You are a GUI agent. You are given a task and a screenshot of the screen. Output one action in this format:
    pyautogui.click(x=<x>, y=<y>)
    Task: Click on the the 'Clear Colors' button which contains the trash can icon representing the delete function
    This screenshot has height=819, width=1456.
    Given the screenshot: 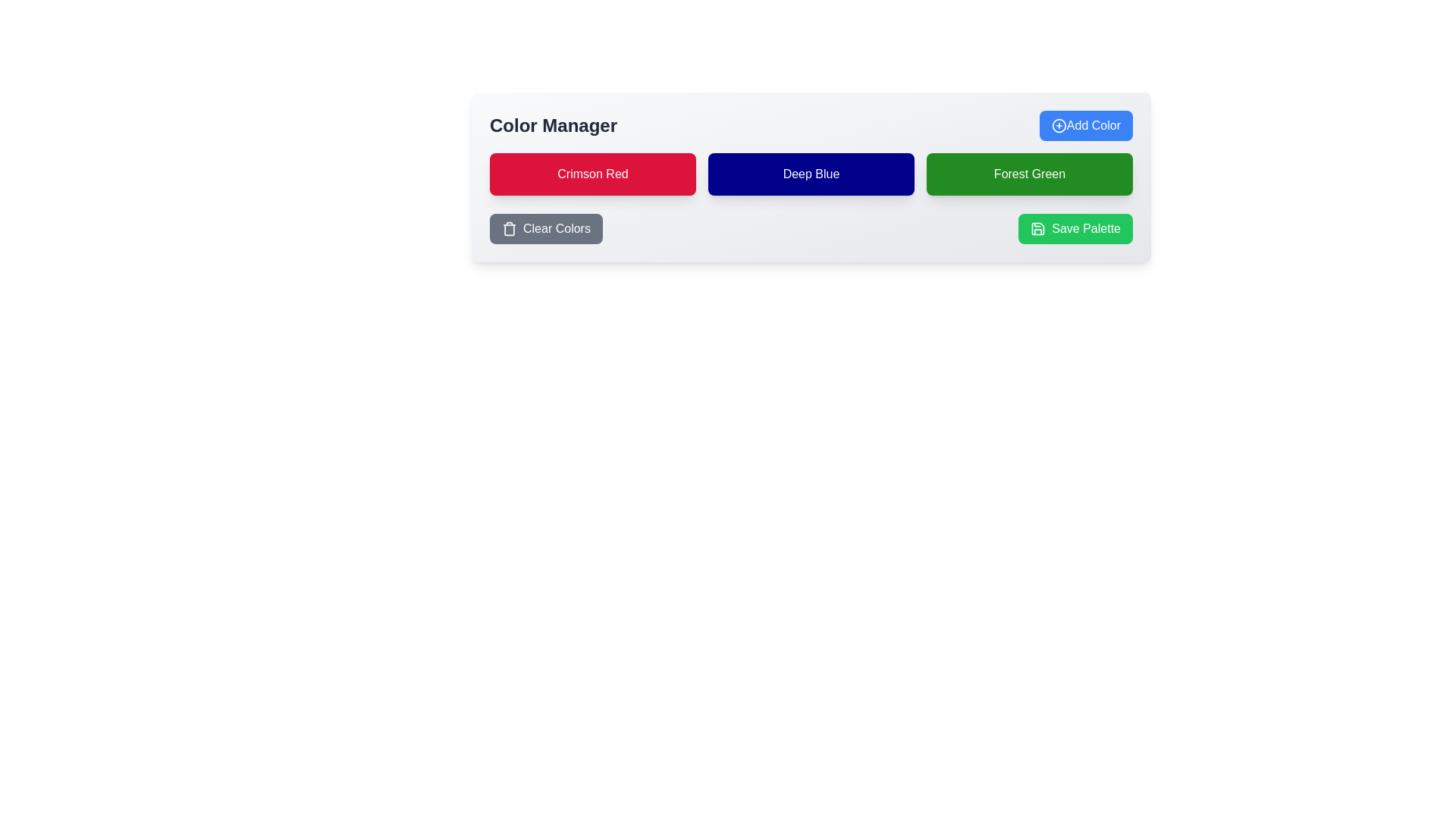 What is the action you would take?
    pyautogui.click(x=510, y=230)
    